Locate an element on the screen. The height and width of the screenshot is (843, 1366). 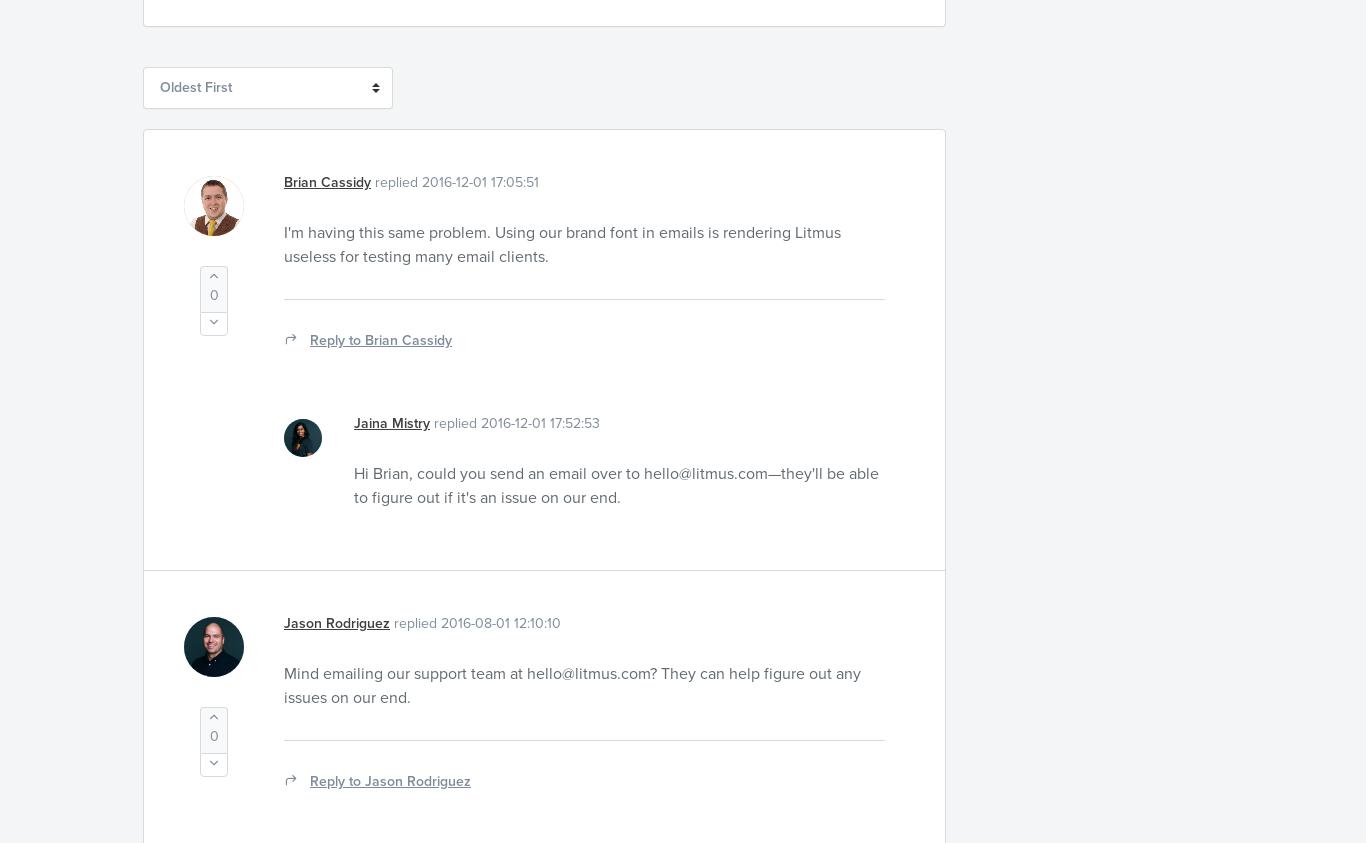
'—they'll be able to figure out if it's an issue on our end.' is located at coordinates (615, 484).